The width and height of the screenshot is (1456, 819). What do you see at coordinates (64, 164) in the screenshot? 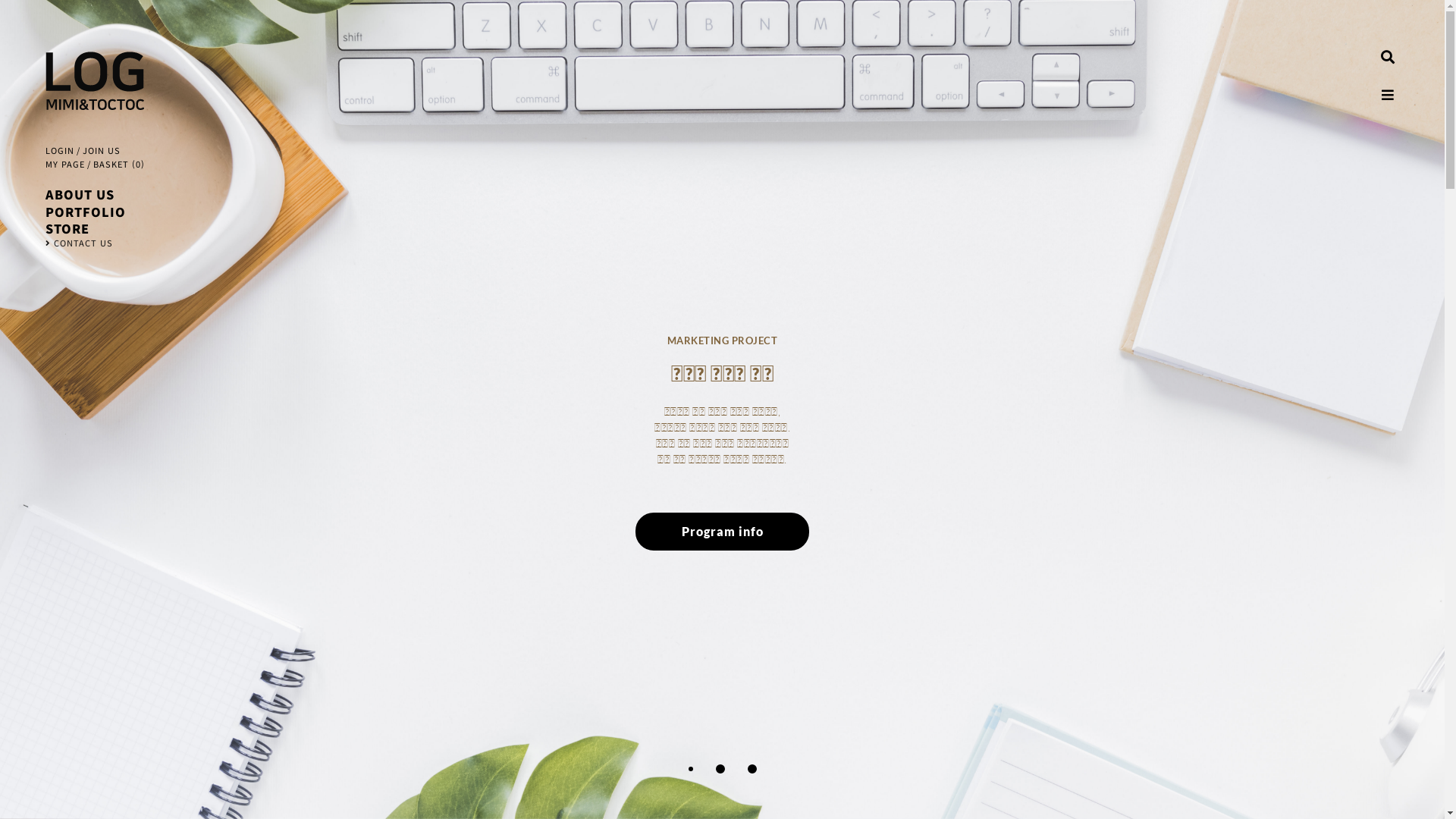
I see `'MY PAGE'` at bounding box center [64, 164].